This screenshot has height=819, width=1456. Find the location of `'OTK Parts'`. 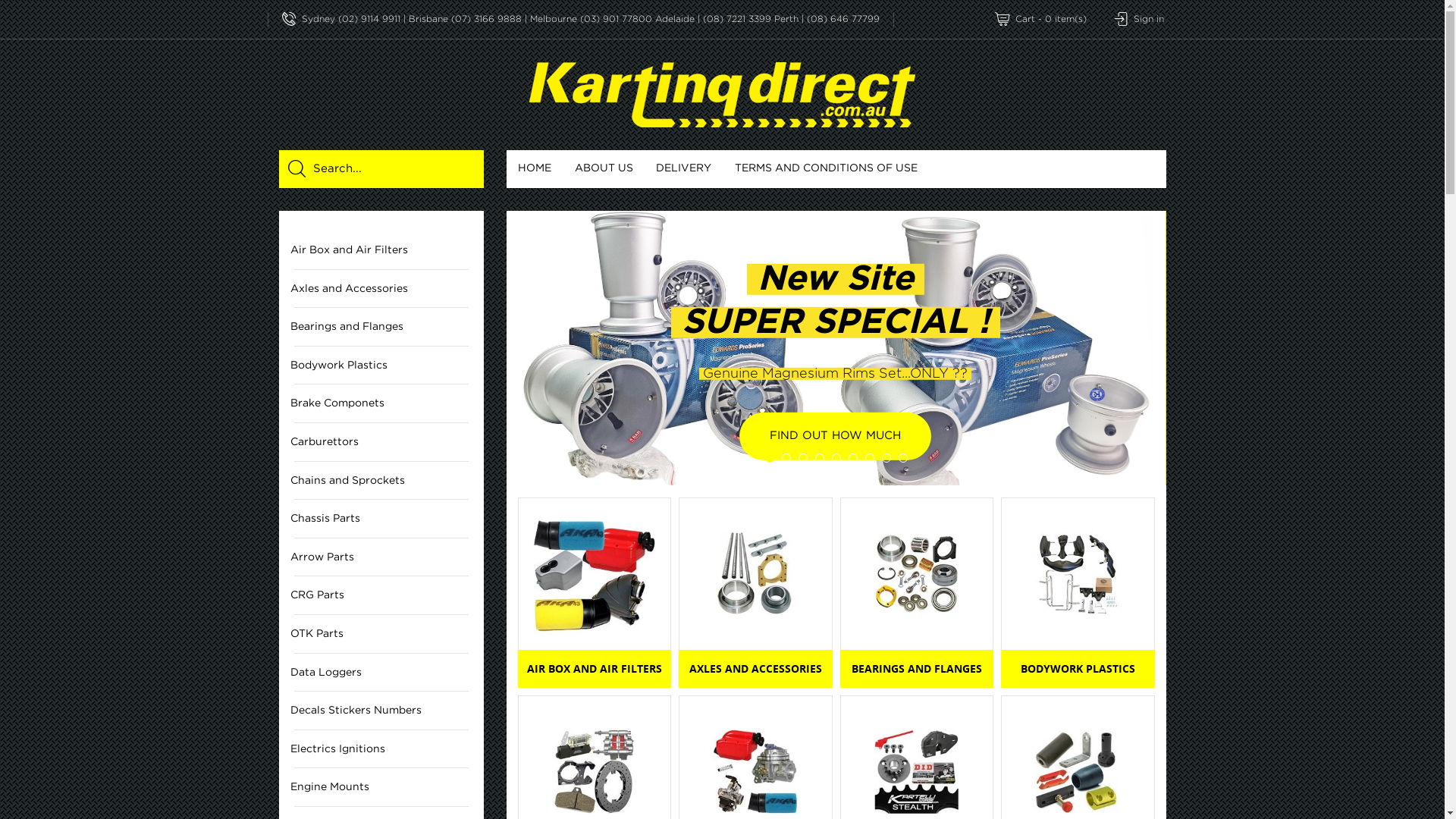

'OTK Parts' is located at coordinates (381, 634).